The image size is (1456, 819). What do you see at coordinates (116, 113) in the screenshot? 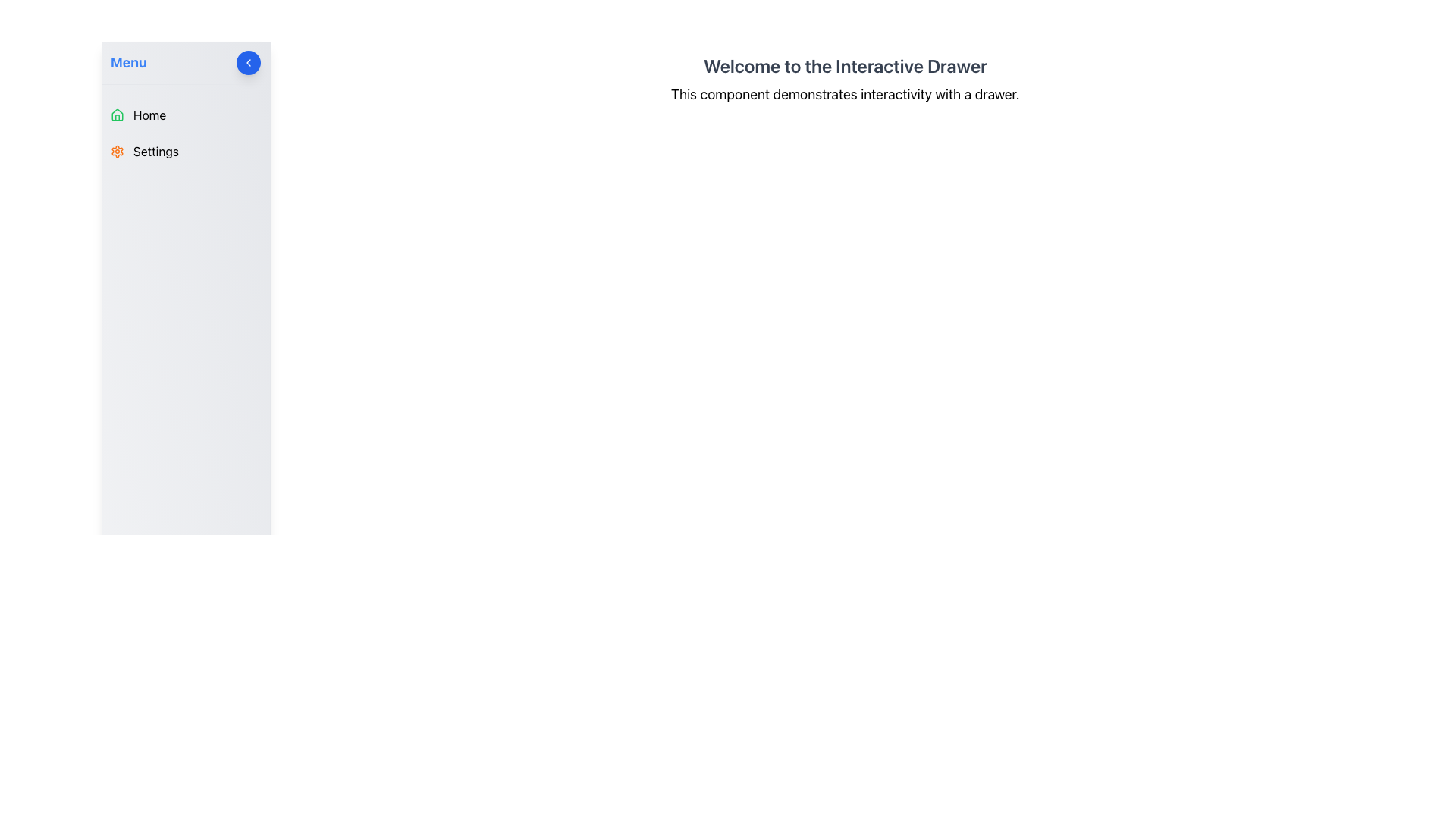
I see `the house icon in the vertical menu` at bounding box center [116, 113].